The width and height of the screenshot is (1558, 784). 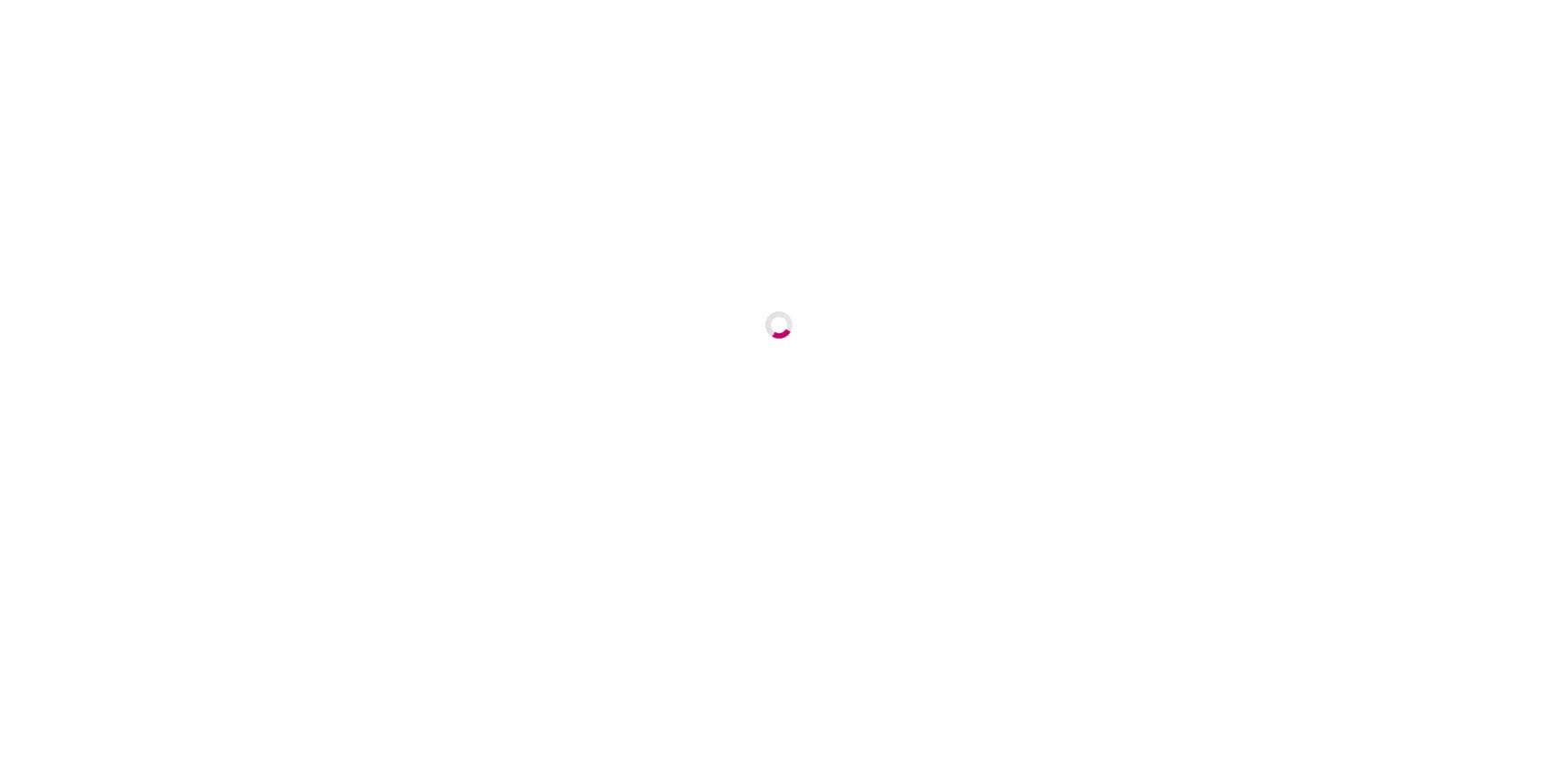 I want to click on 'Contact Us', so click(x=1266, y=91).